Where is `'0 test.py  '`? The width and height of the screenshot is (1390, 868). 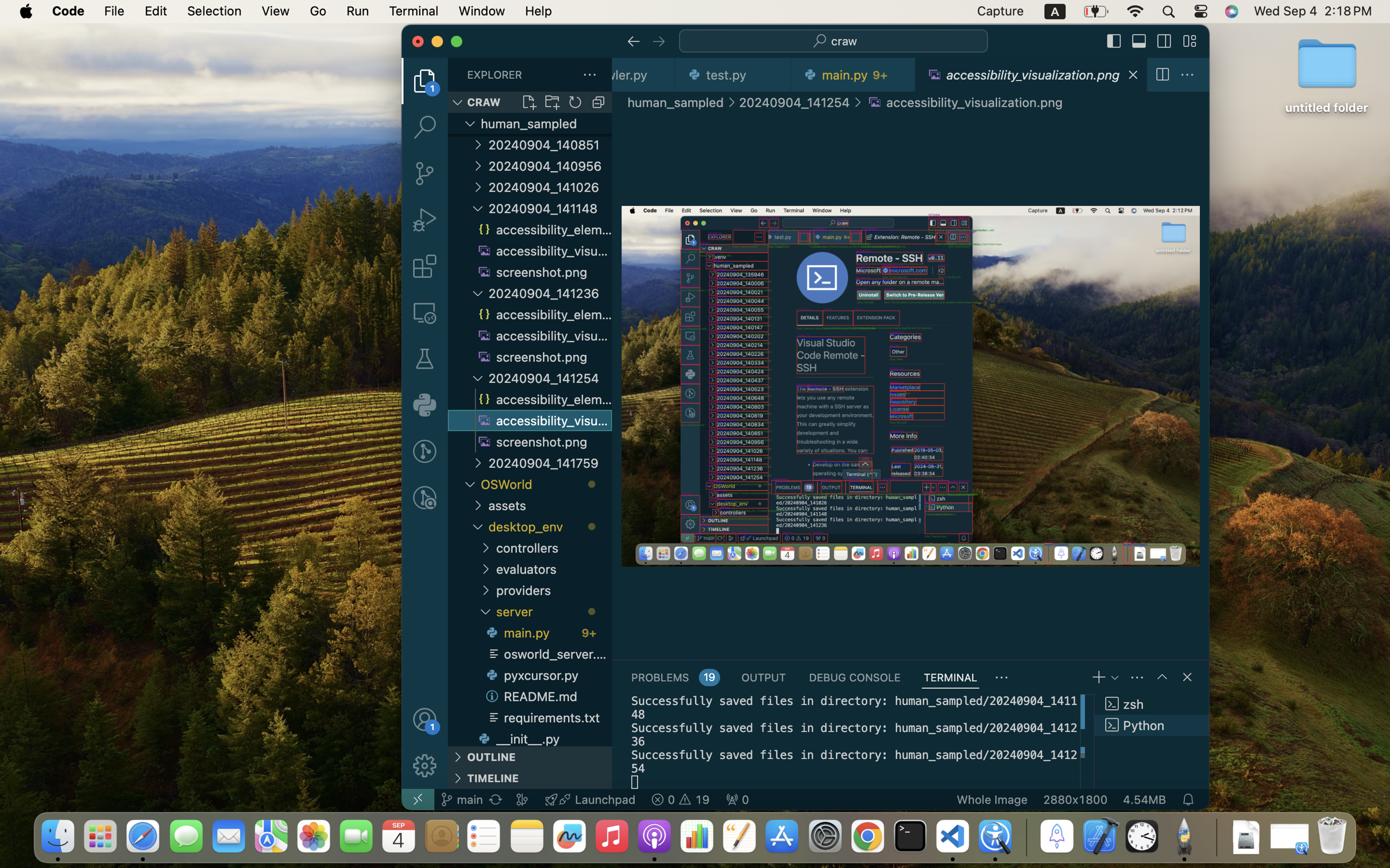 '0 test.py  ' is located at coordinates (733, 74).